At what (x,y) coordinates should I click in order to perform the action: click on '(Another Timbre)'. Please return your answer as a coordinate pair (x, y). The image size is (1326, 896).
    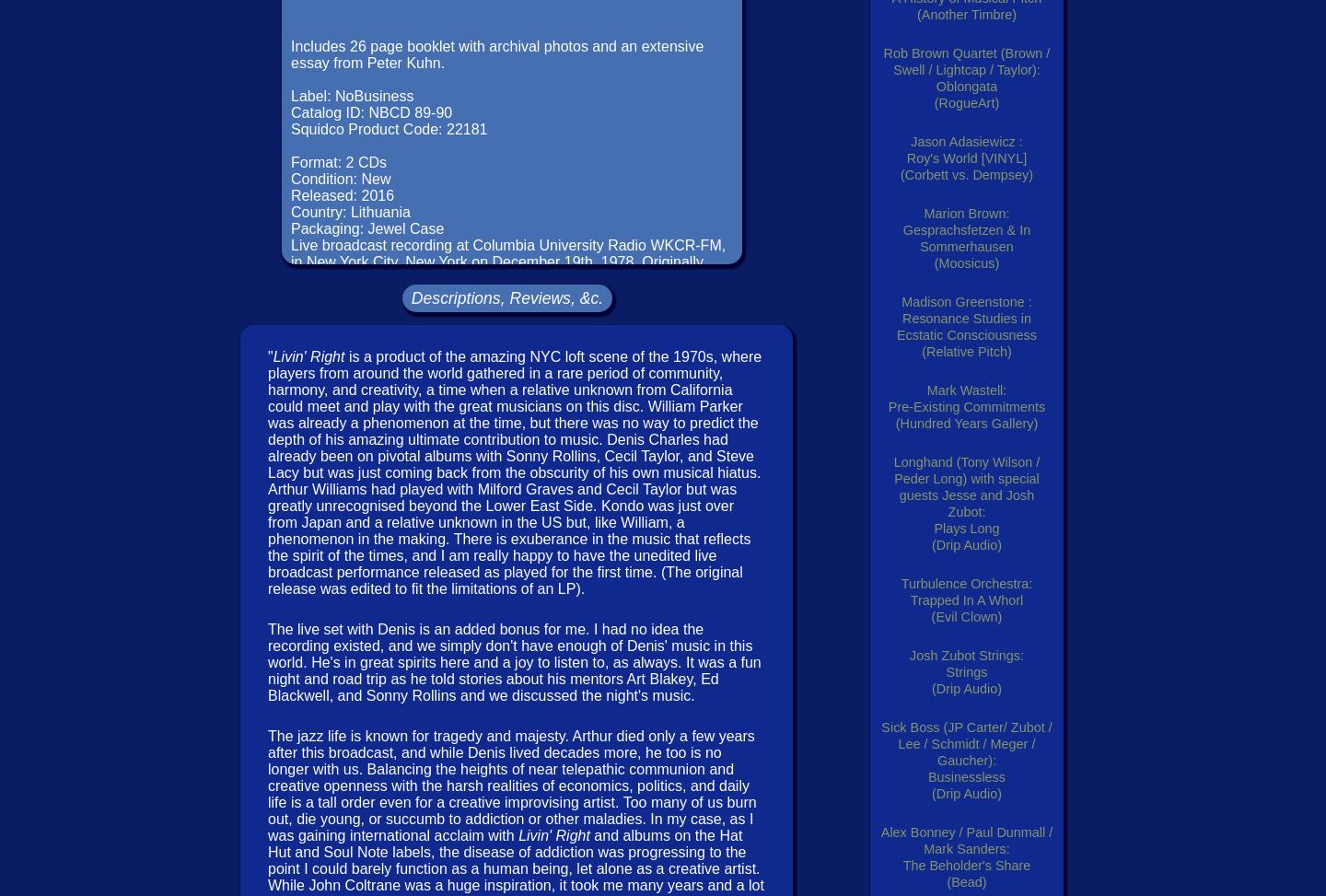
    Looking at the image, I should click on (966, 14).